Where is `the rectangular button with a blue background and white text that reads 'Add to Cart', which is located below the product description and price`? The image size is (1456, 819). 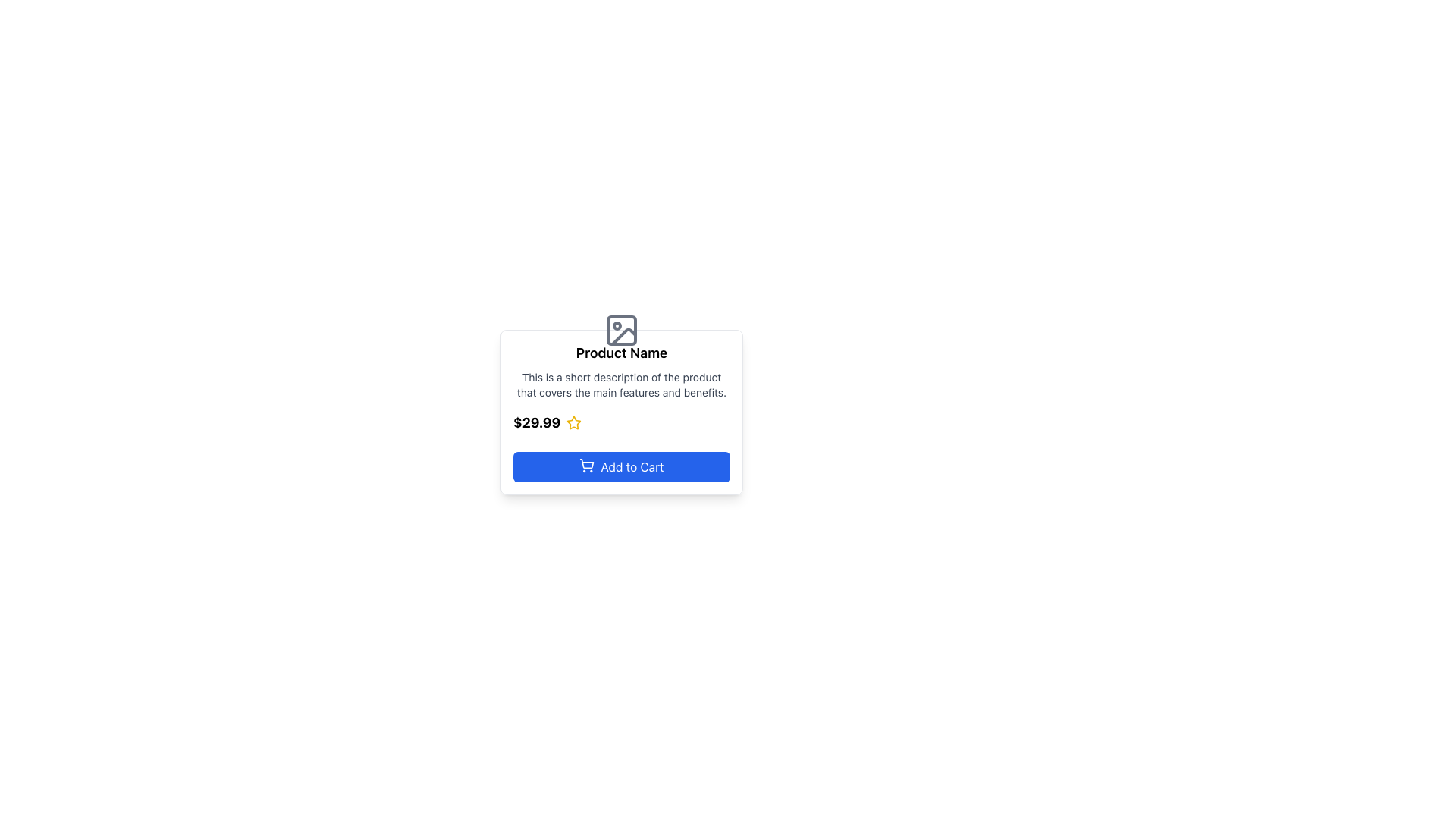 the rectangular button with a blue background and white text that reads 'Add to Cart', which is located below the product description and price is located at coordinates (622, 466).